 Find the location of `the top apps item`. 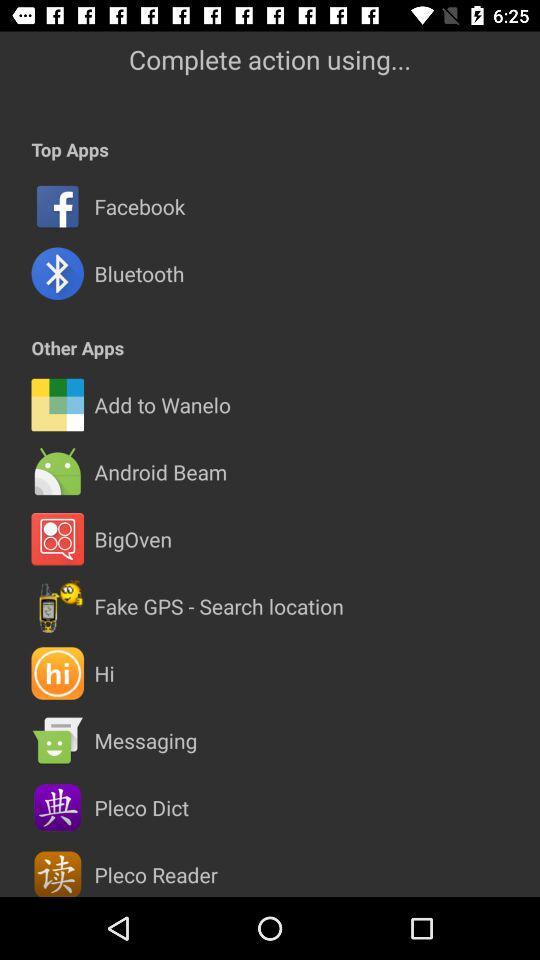

the top apps item is located at coordinates (69, 148).